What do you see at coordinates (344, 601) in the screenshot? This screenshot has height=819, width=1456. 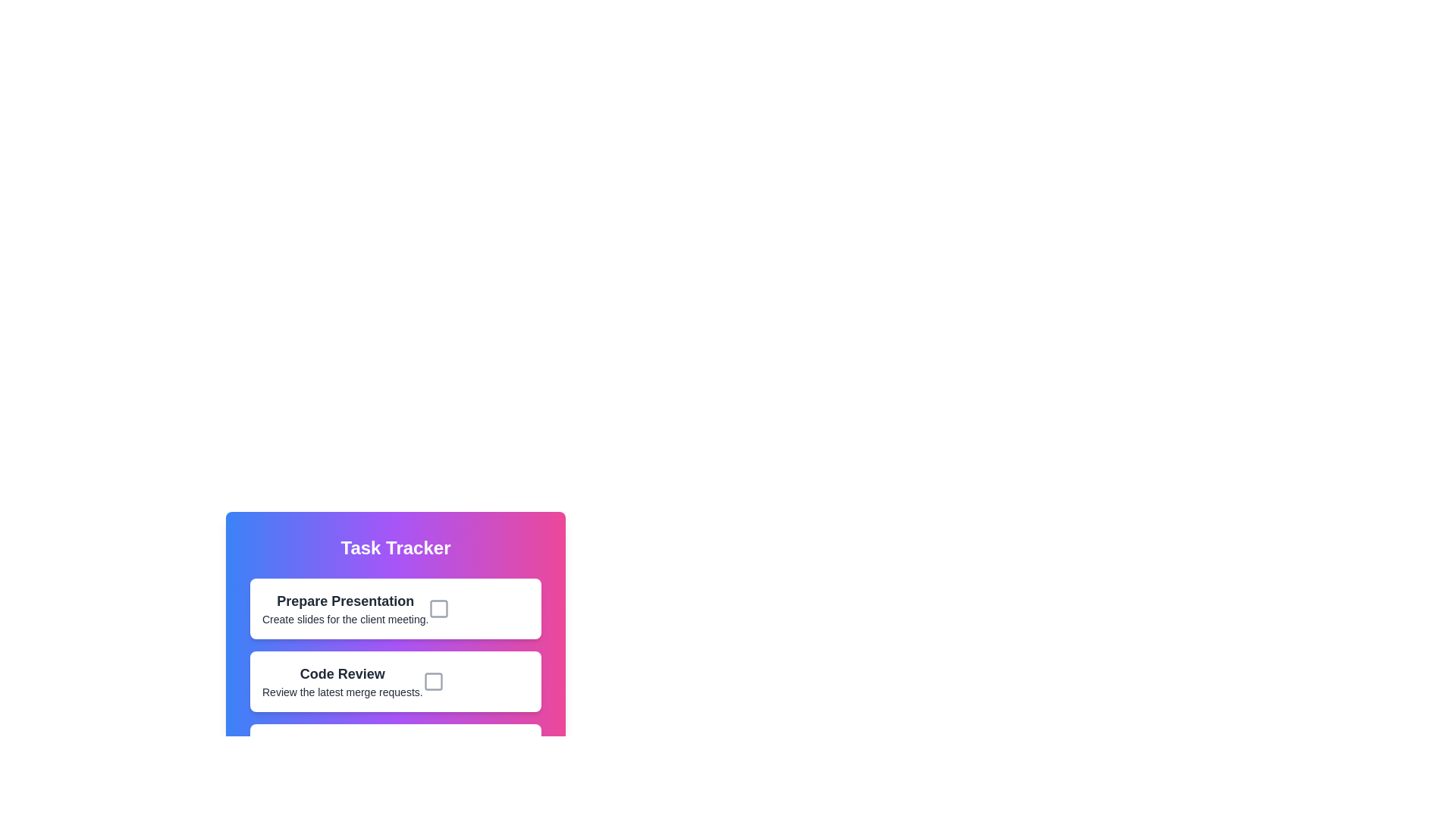 I see `text content of the title label for the task 'Prepare Presentation', which is the uppermost text element in the task block` at bounding box center [344, 601].